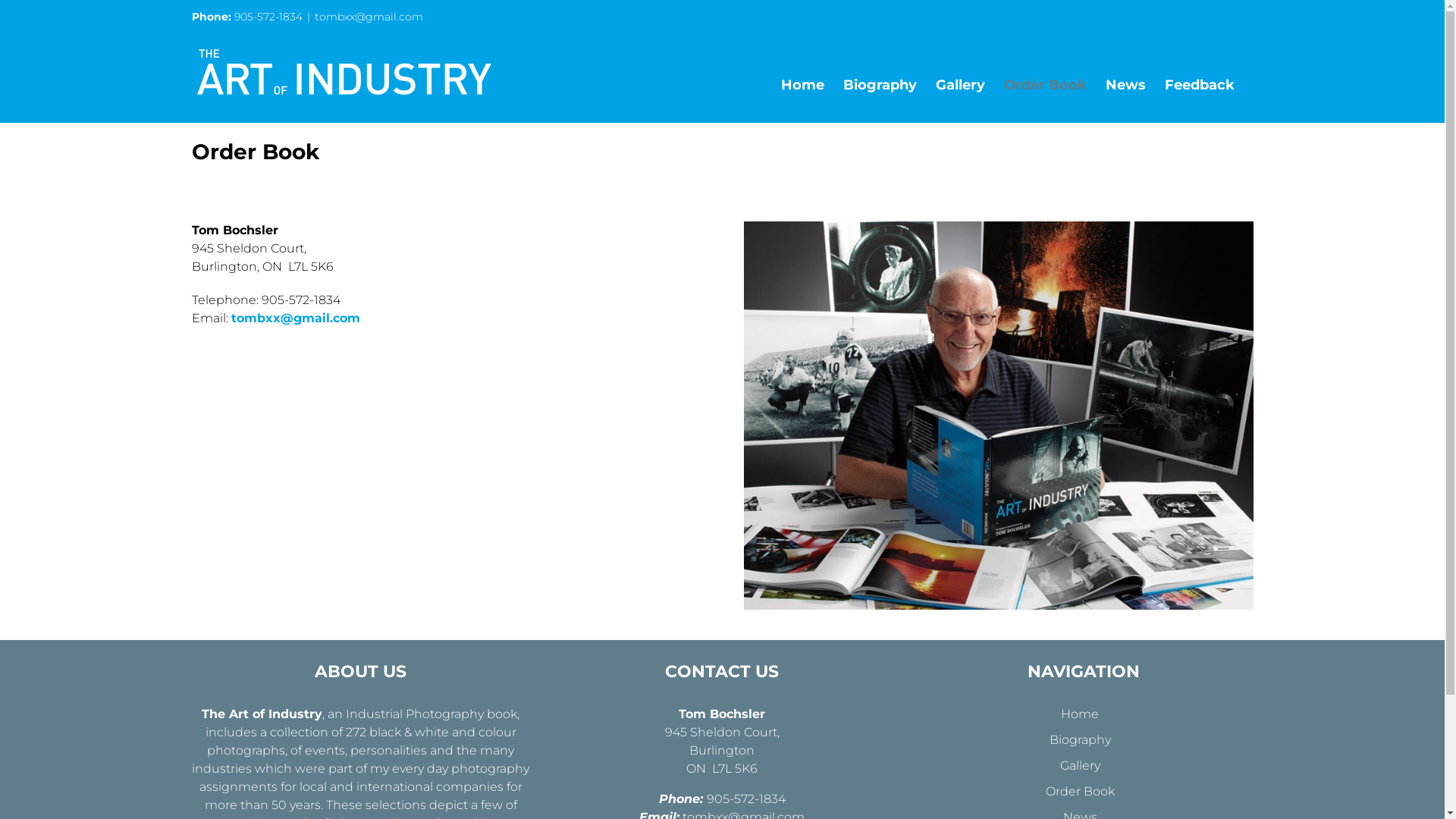 The image size is (1456, 819). I want to click on 'Feedback', so click(1199, 84).